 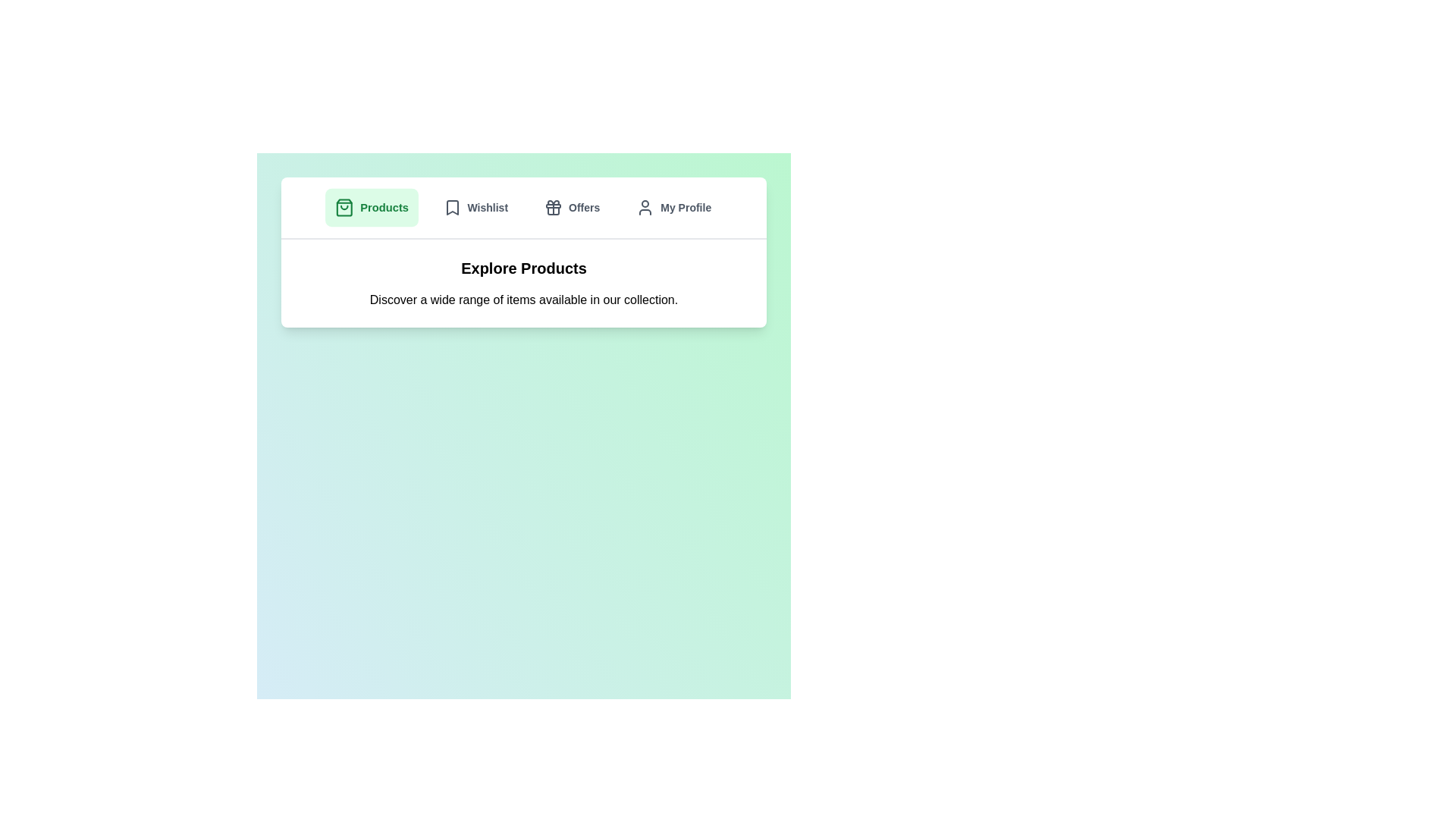 What do you see at coordinates (372, 207) in the screenshot?
I see `the 'Products' button, which is a light green rectangular button with rounded corners located` at bounding box center [372, 207].